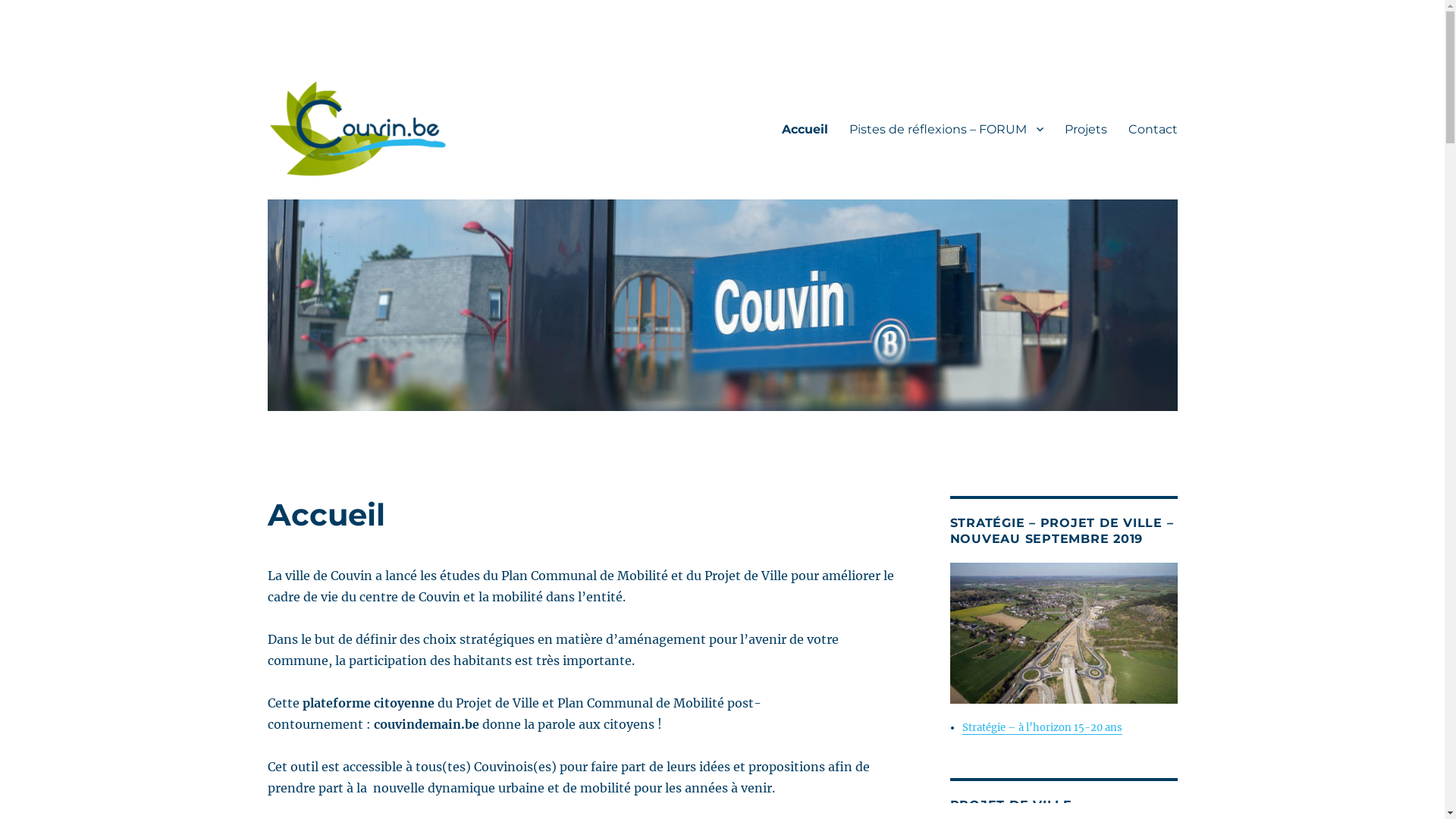 The height and width of the screenshot is (819, 1456). What do you see at coordinates (1084, 127) in the screenshot?
I see `'Projets'` at bounding box center [1084, 127].